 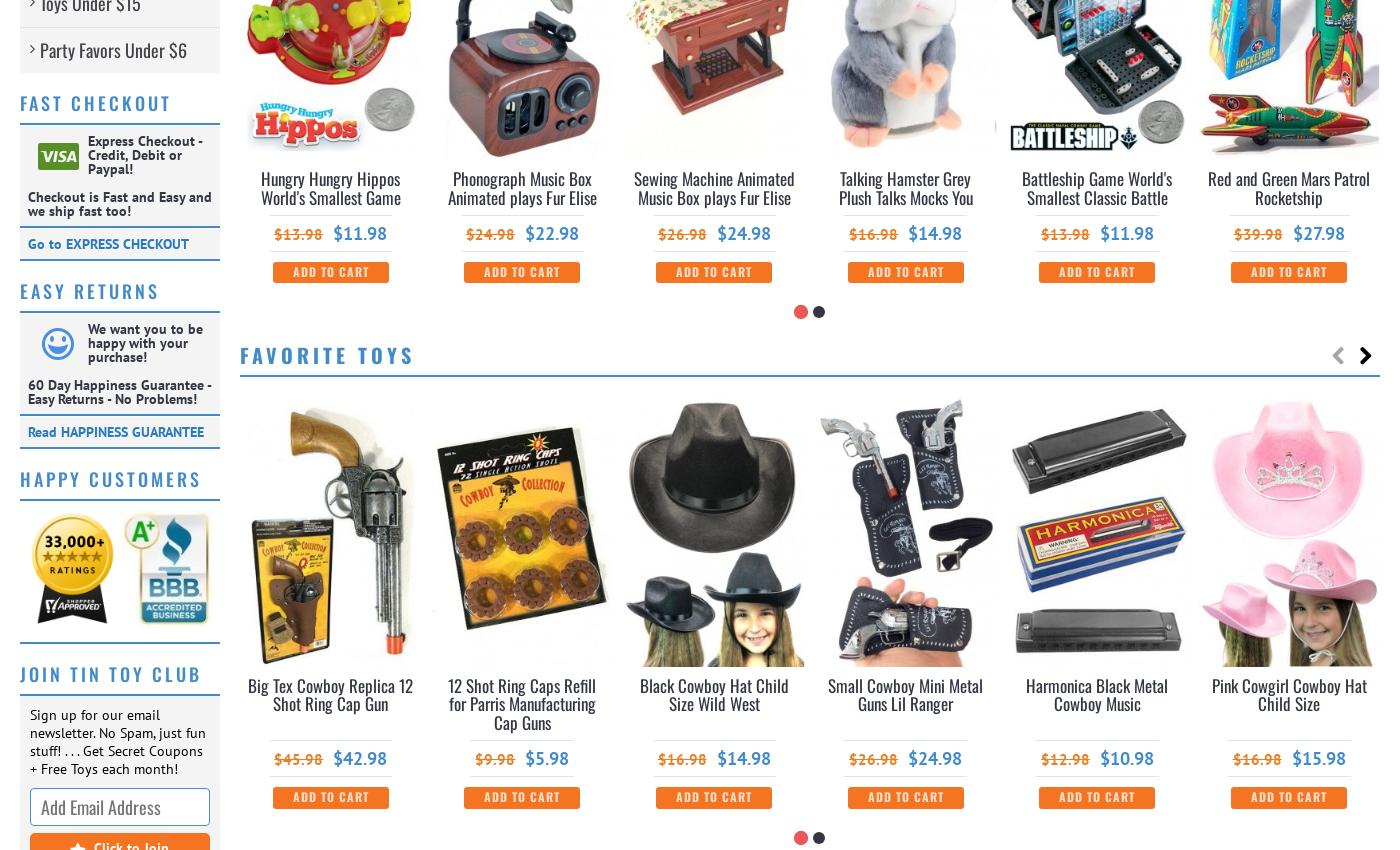 I want to click on '-15%', so click(x=1161, y=415).